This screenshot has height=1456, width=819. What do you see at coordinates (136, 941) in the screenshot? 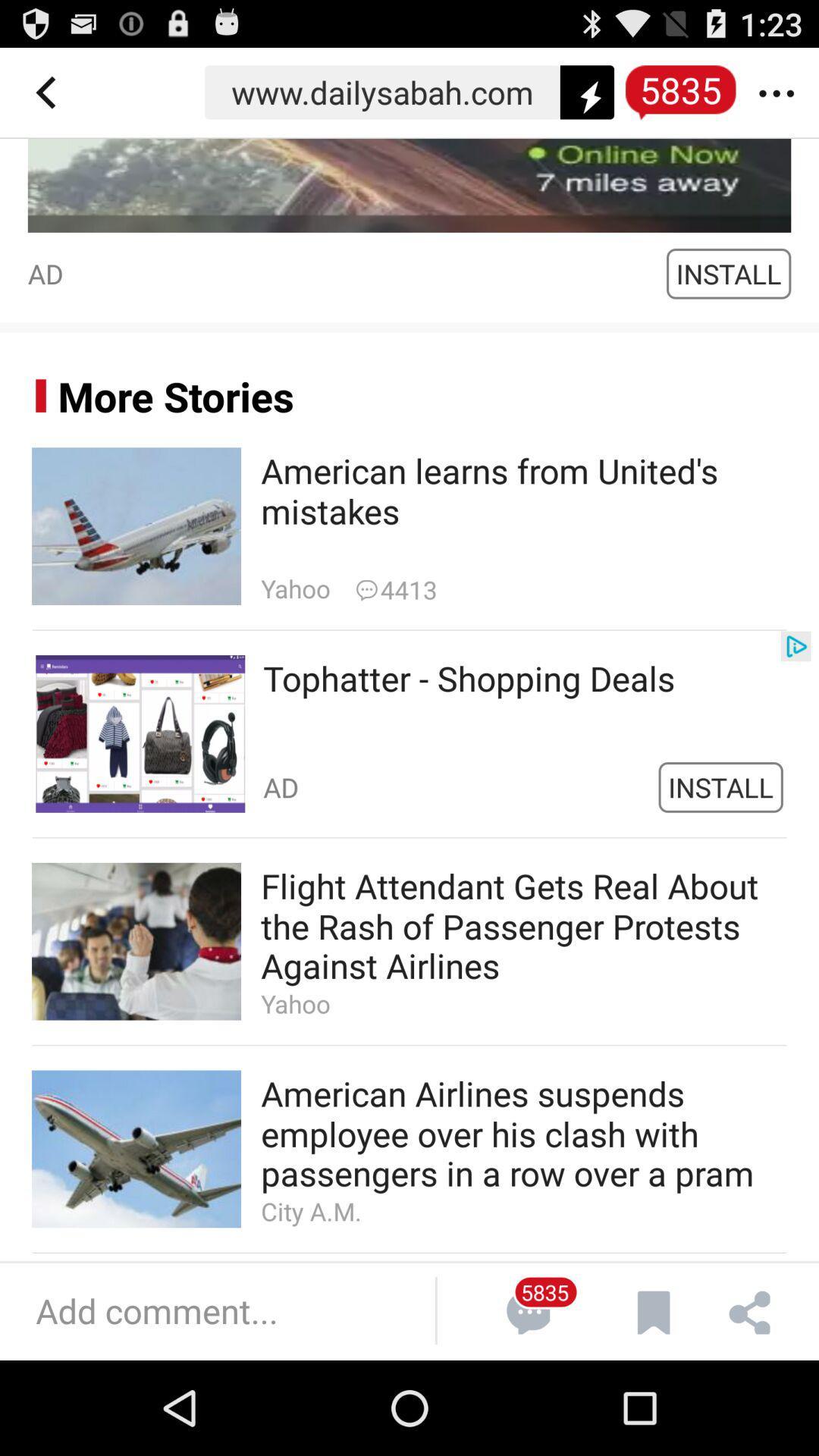
I see `second image from bottom` at bounding box center [136, 941].